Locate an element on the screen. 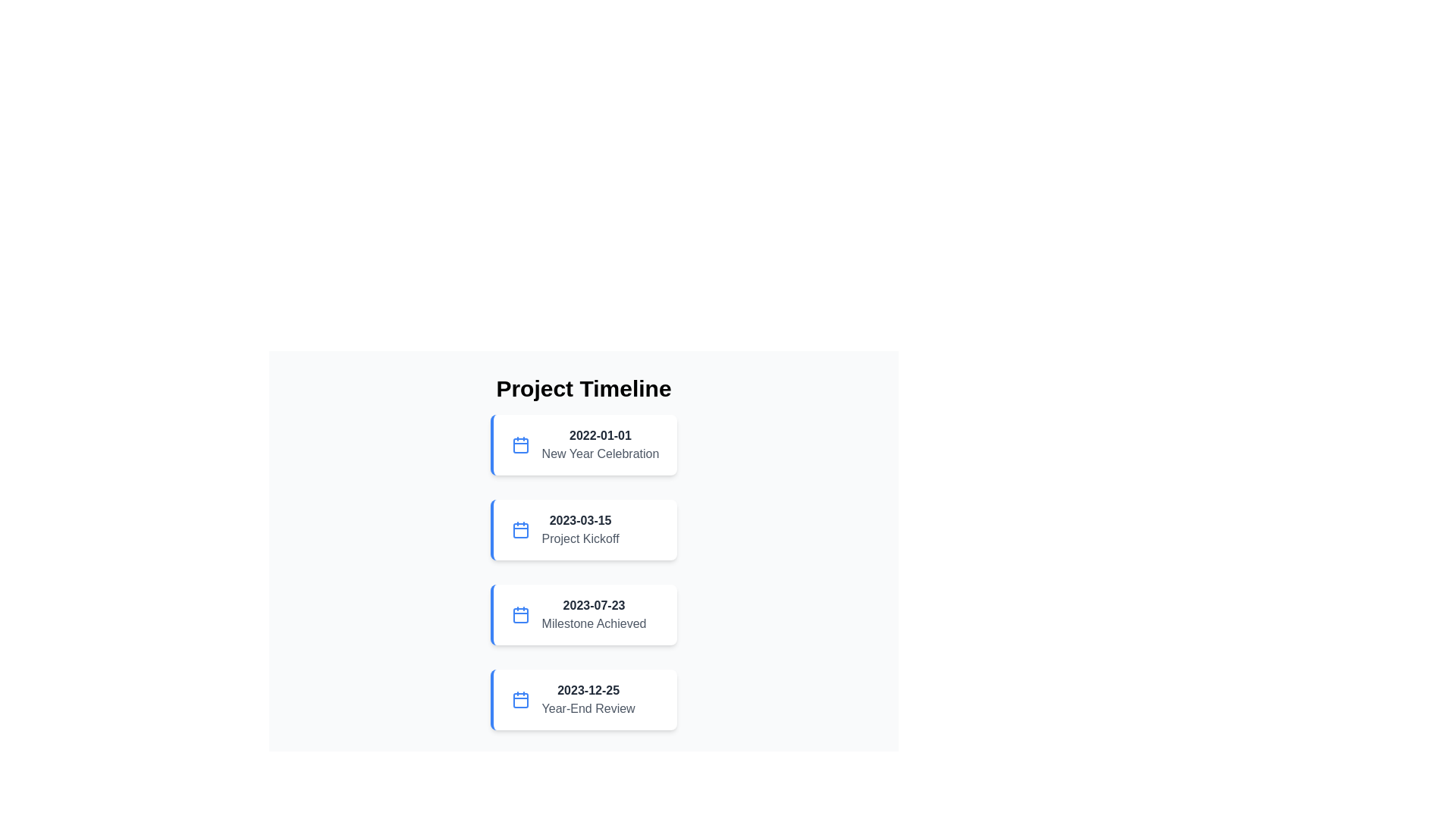  information displayed on the text label showing the date '2023-03-15' and the description 'Project Kickoff', located in the second card of the vertical timeline below the blue calendar icon is located at coordinates (579, 529).